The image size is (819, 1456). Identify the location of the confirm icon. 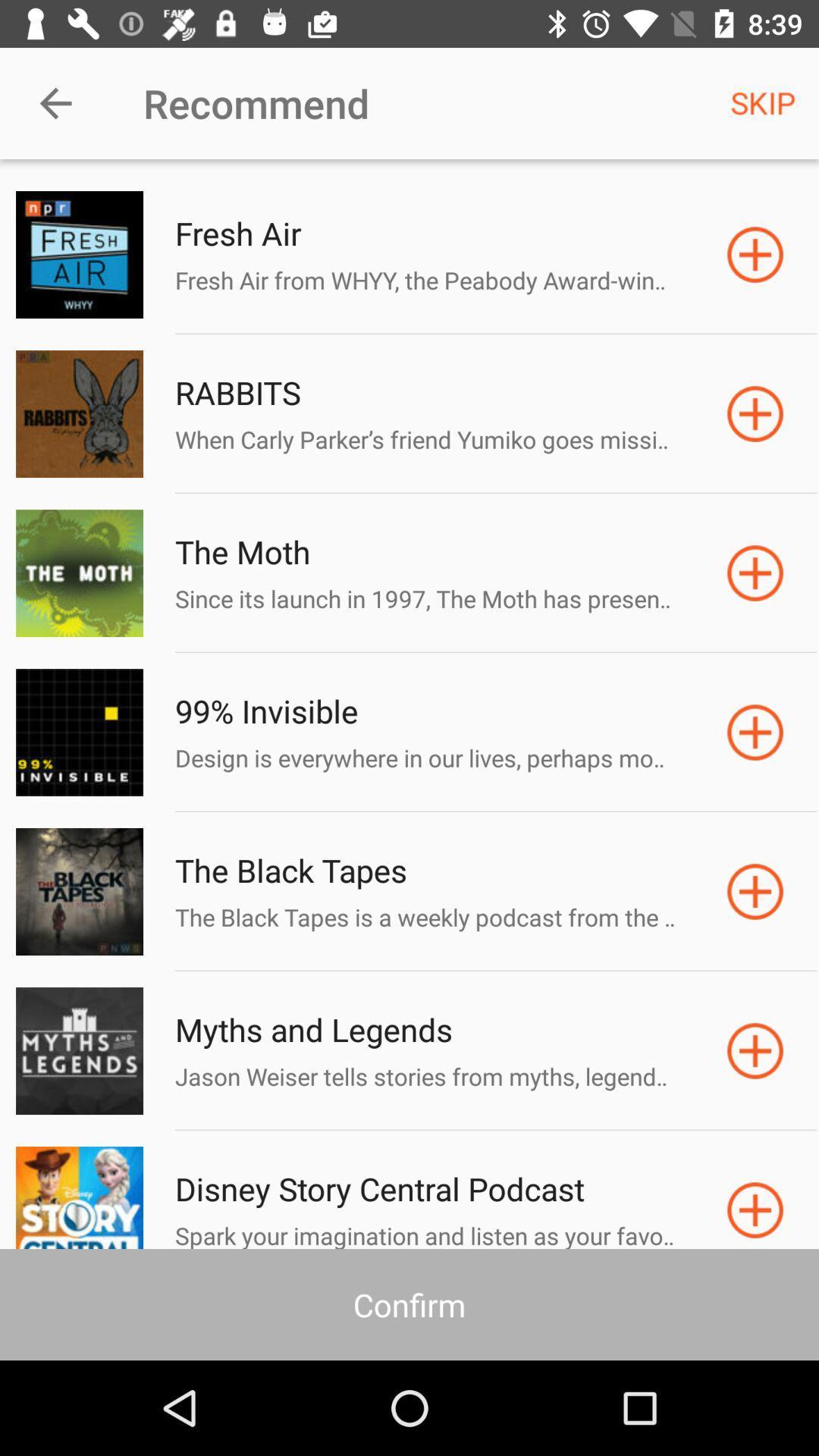
(409, 1304).